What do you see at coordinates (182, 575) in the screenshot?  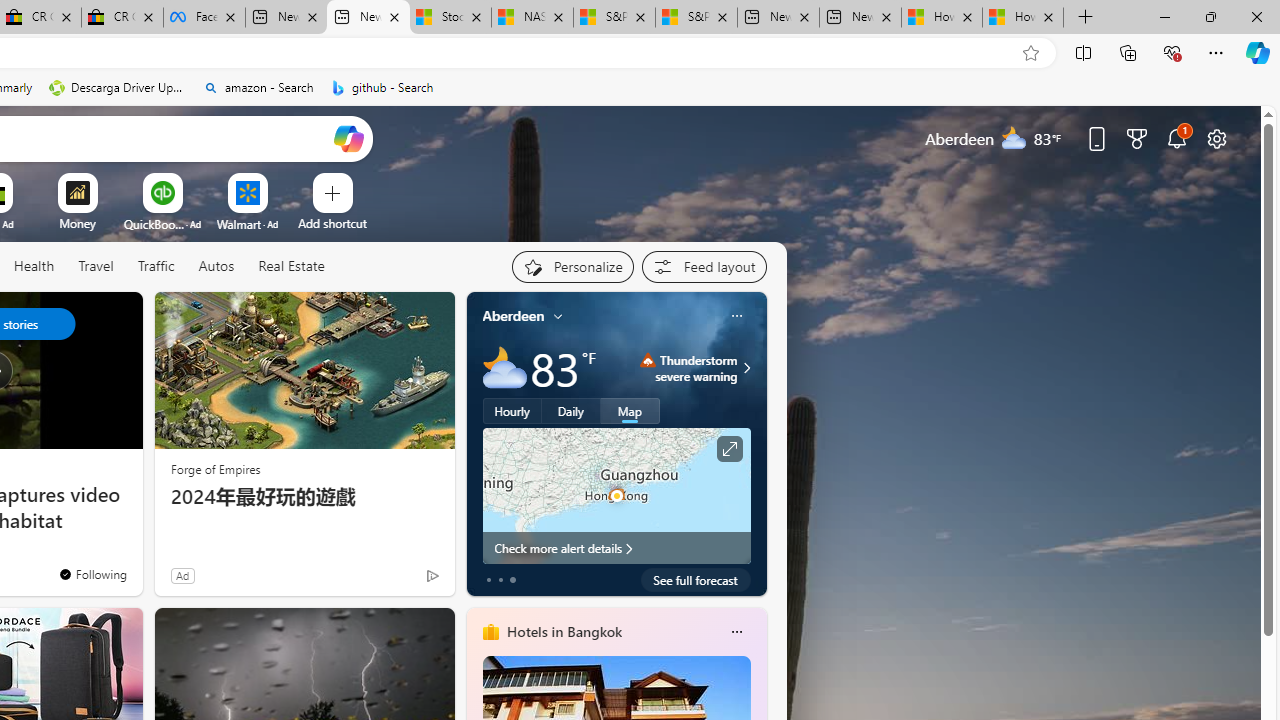 I see `'Ad'` at bounding box center [182, 575].